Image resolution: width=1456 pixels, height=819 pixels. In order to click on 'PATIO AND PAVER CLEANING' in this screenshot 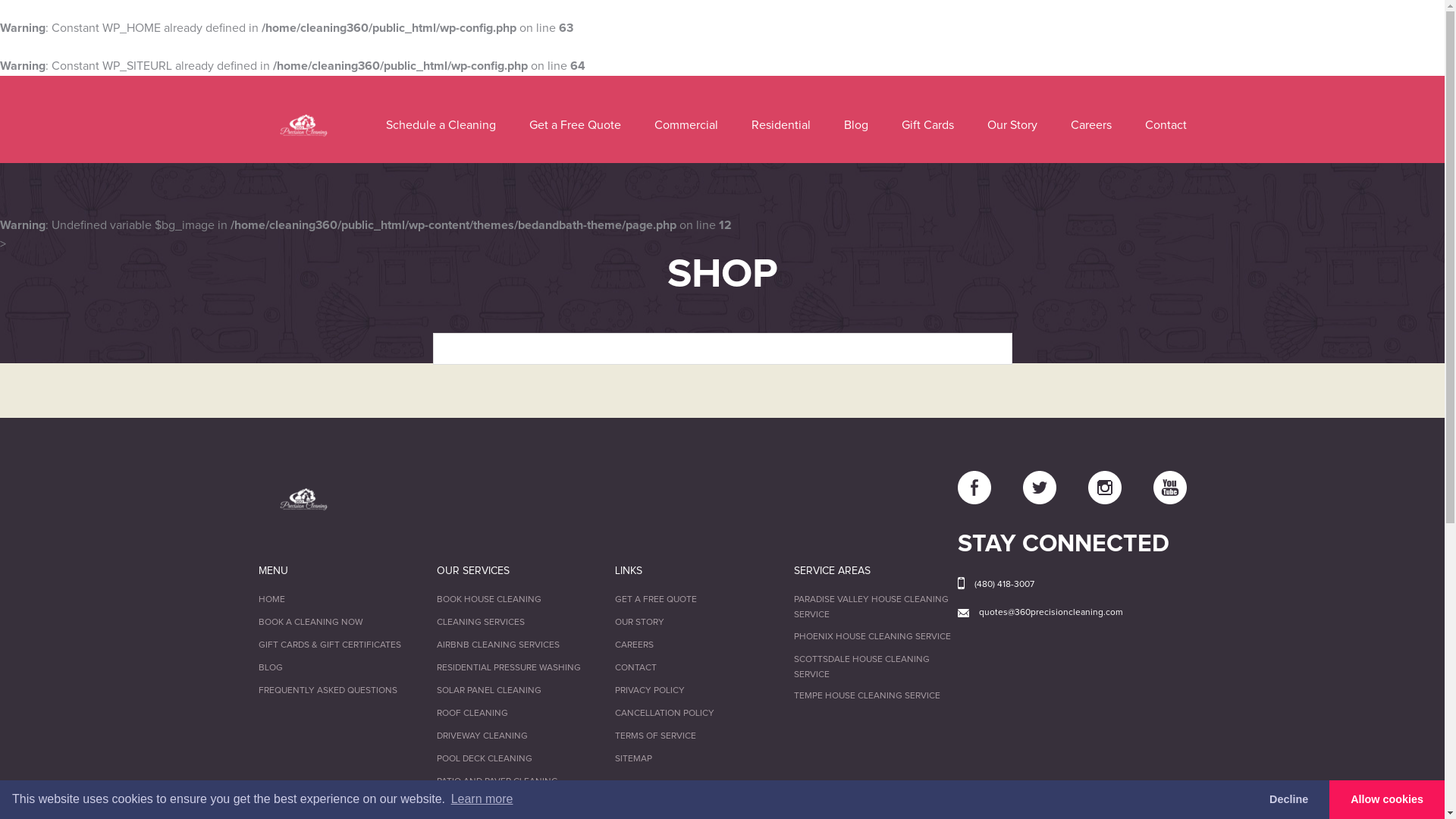, I will do `click(497, 781)`.